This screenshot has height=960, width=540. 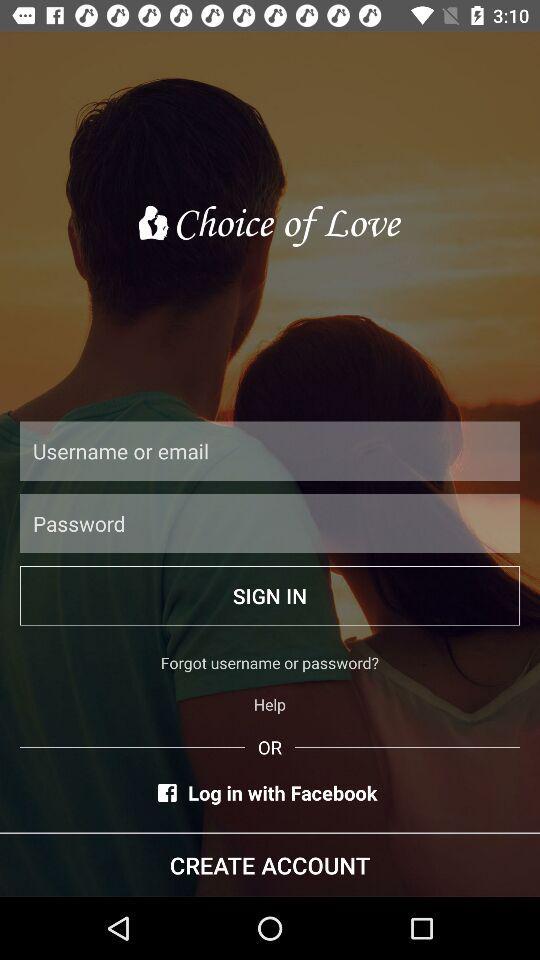 What do you see at coordinates (270, 704) in the screenshot?
I see `icon above or icon` at bounding box center [270, 704].